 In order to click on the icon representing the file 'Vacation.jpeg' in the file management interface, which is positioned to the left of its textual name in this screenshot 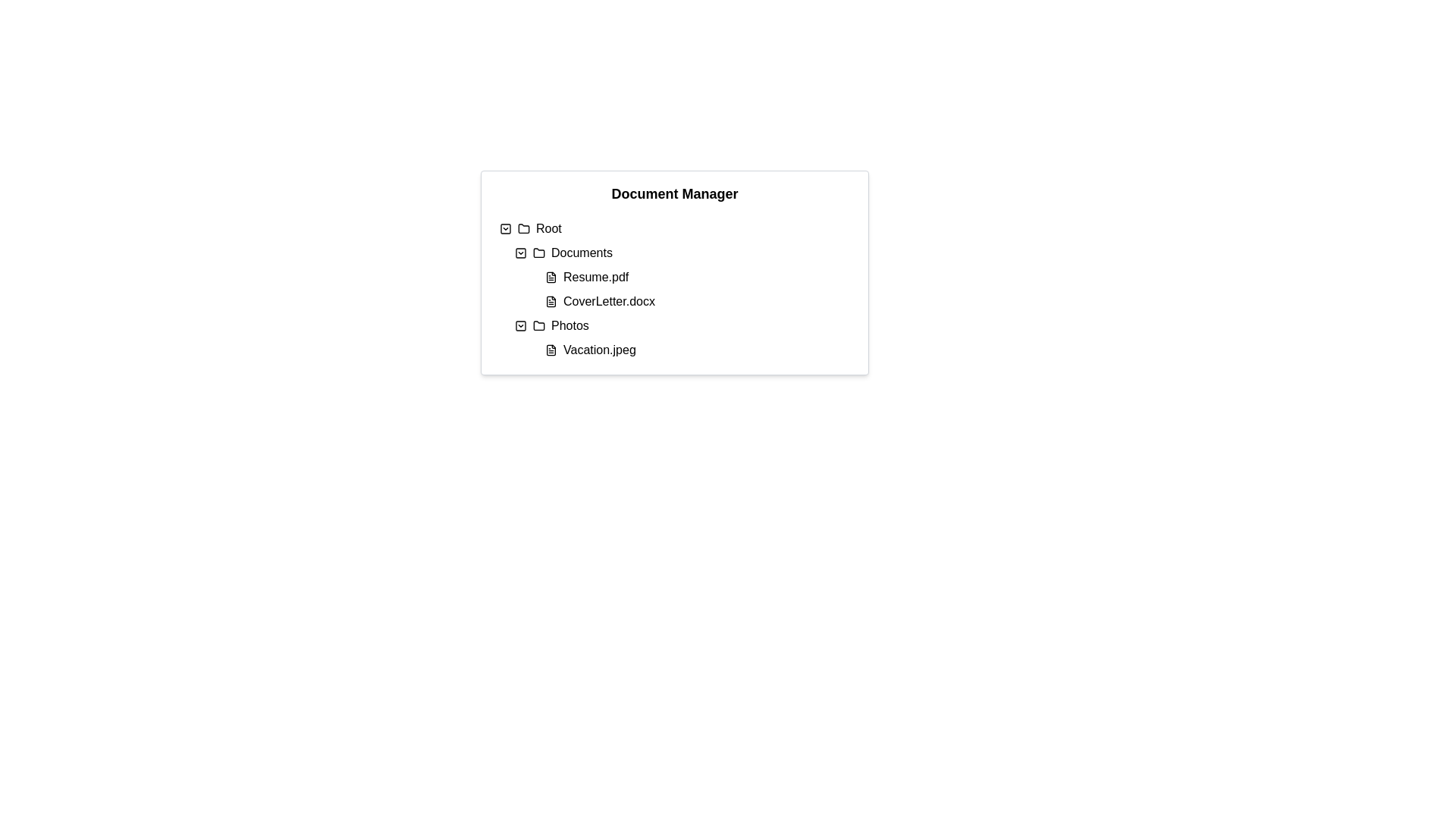, I will do `click(550, 350)`.